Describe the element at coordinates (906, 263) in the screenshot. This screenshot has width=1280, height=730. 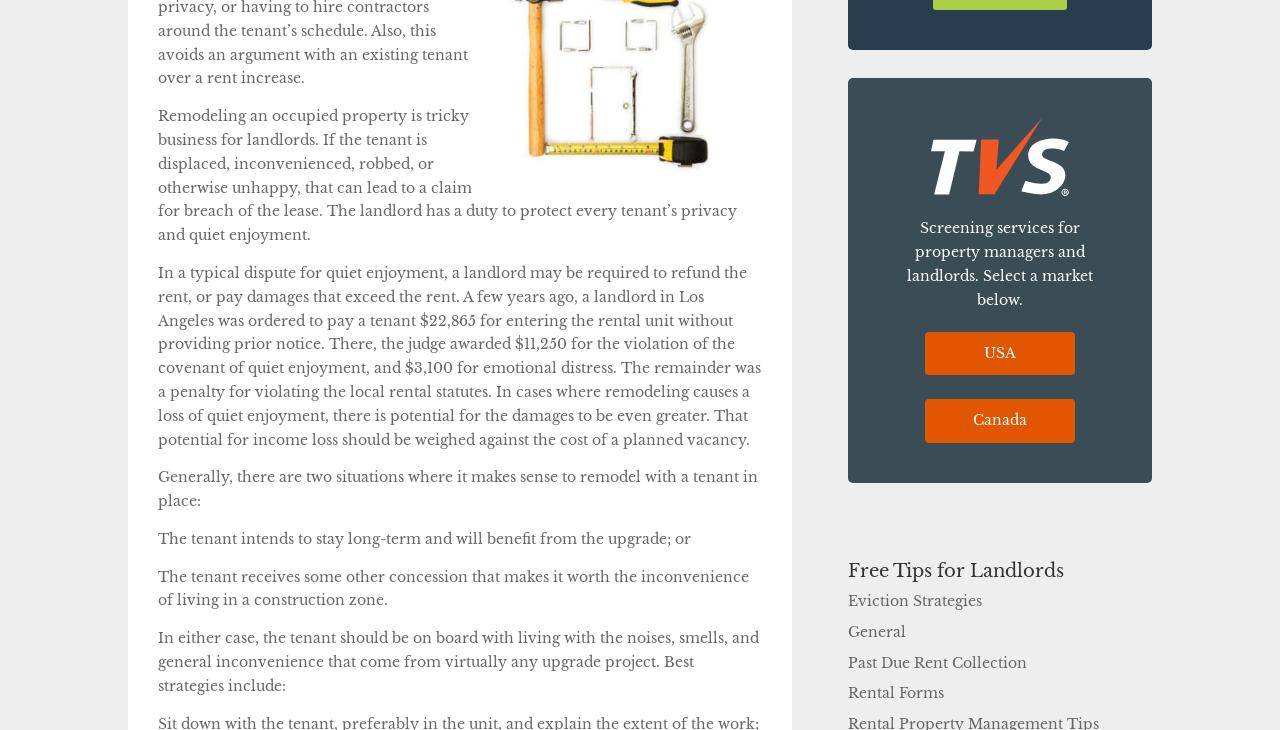
I see `'Screening services for property managers and landlords. Select a market below.'` at that location.